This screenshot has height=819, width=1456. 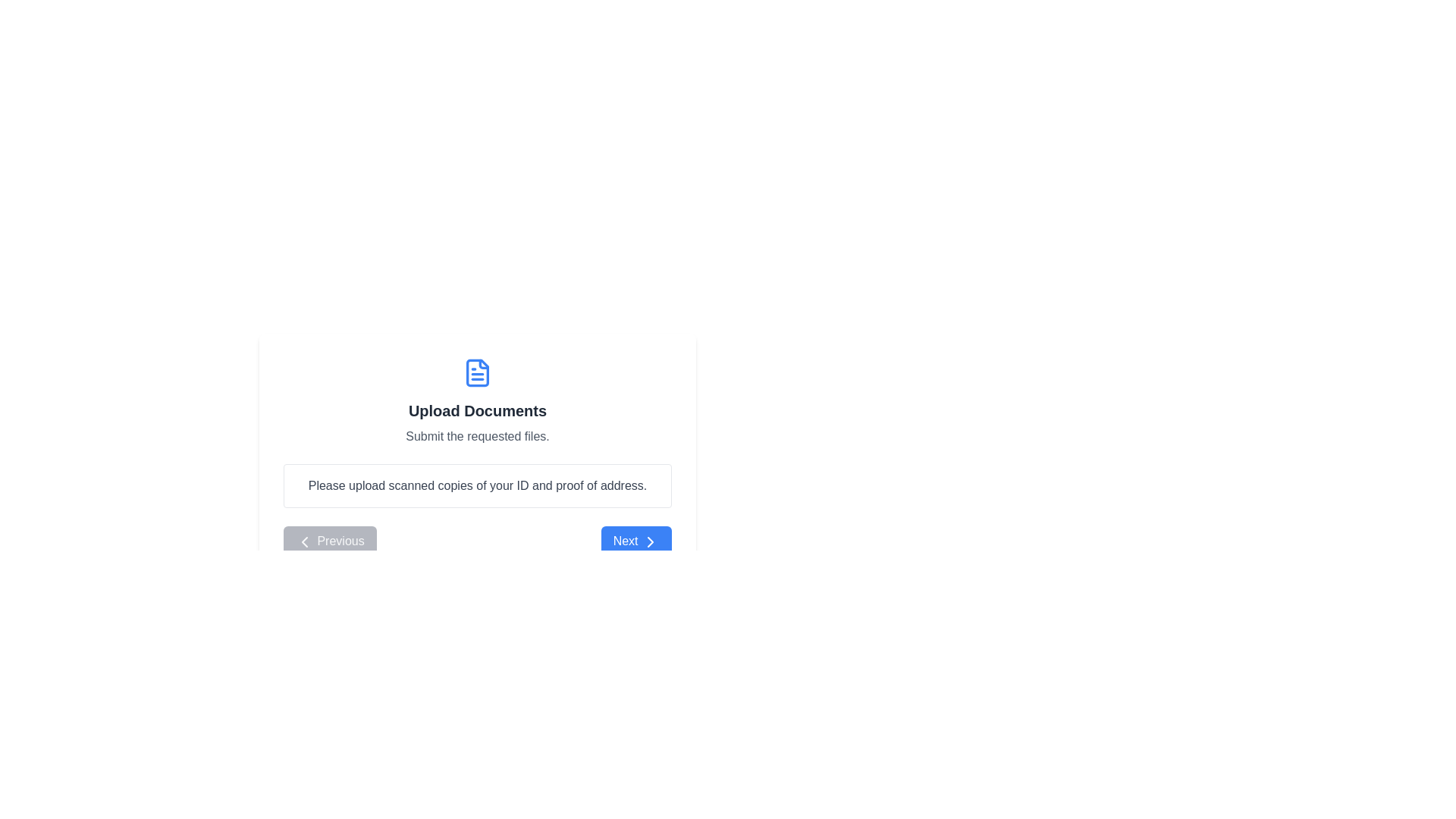 I want to click on the 'Previous' button to navigate to the previous step, so click(x=329, y=541).